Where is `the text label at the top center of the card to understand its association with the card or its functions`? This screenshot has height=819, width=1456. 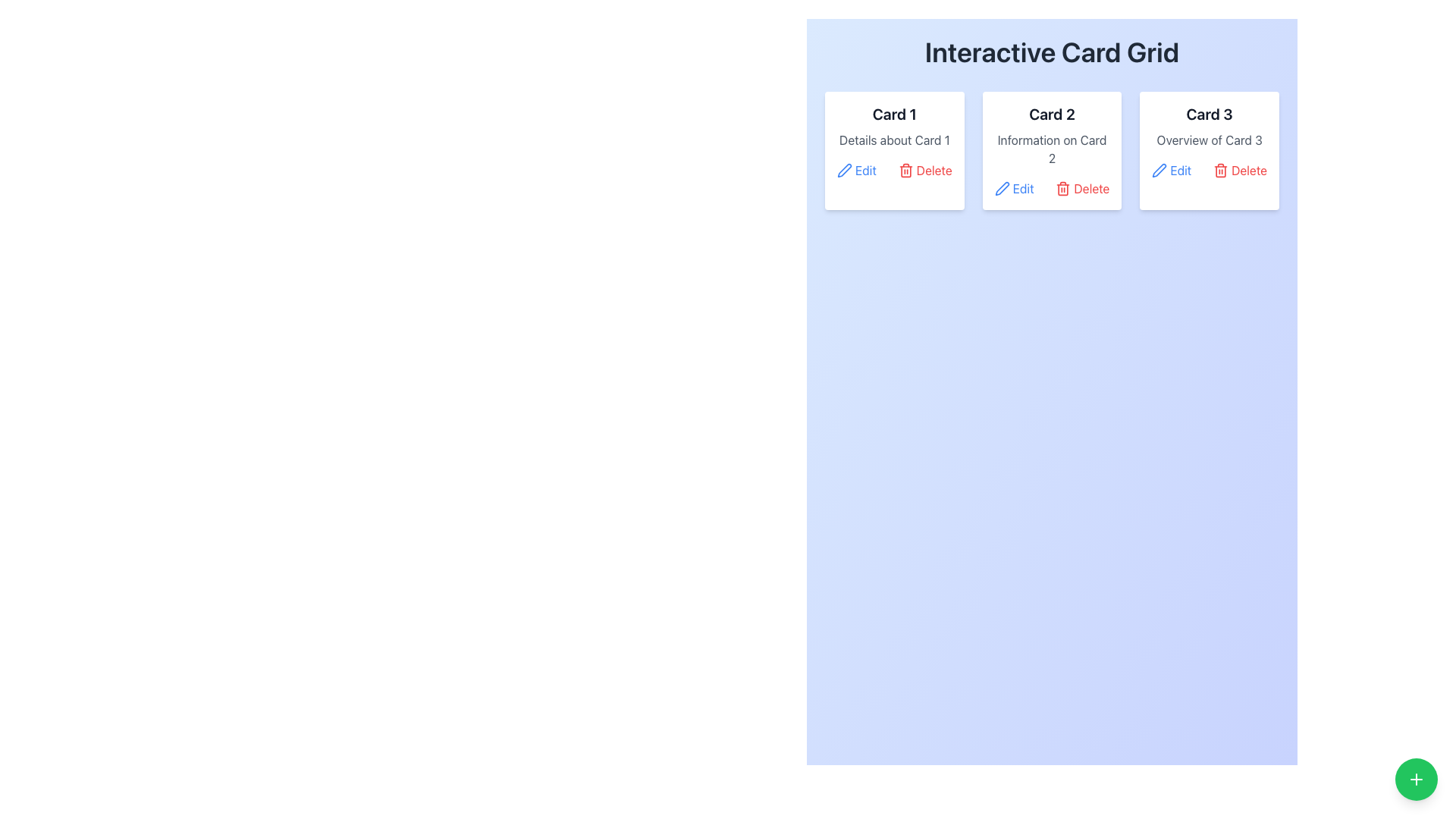 the text label at the top center of the card to understand its association with the card or its functions is located at coordinates (894, 113).